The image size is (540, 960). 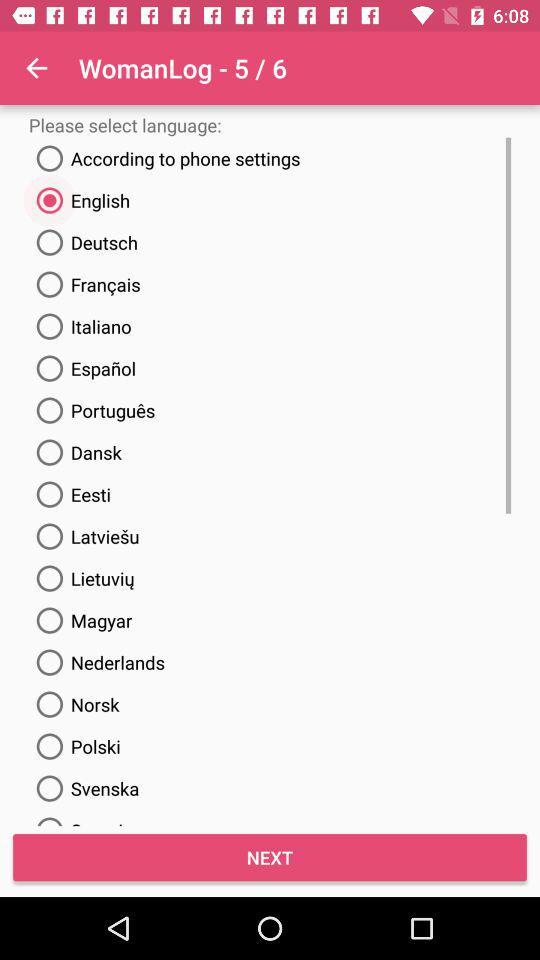 What do you see at coordinates (82, 241) in the screenshot?
I see `the option deutsch on the web page` at bounding box center [82, 241].